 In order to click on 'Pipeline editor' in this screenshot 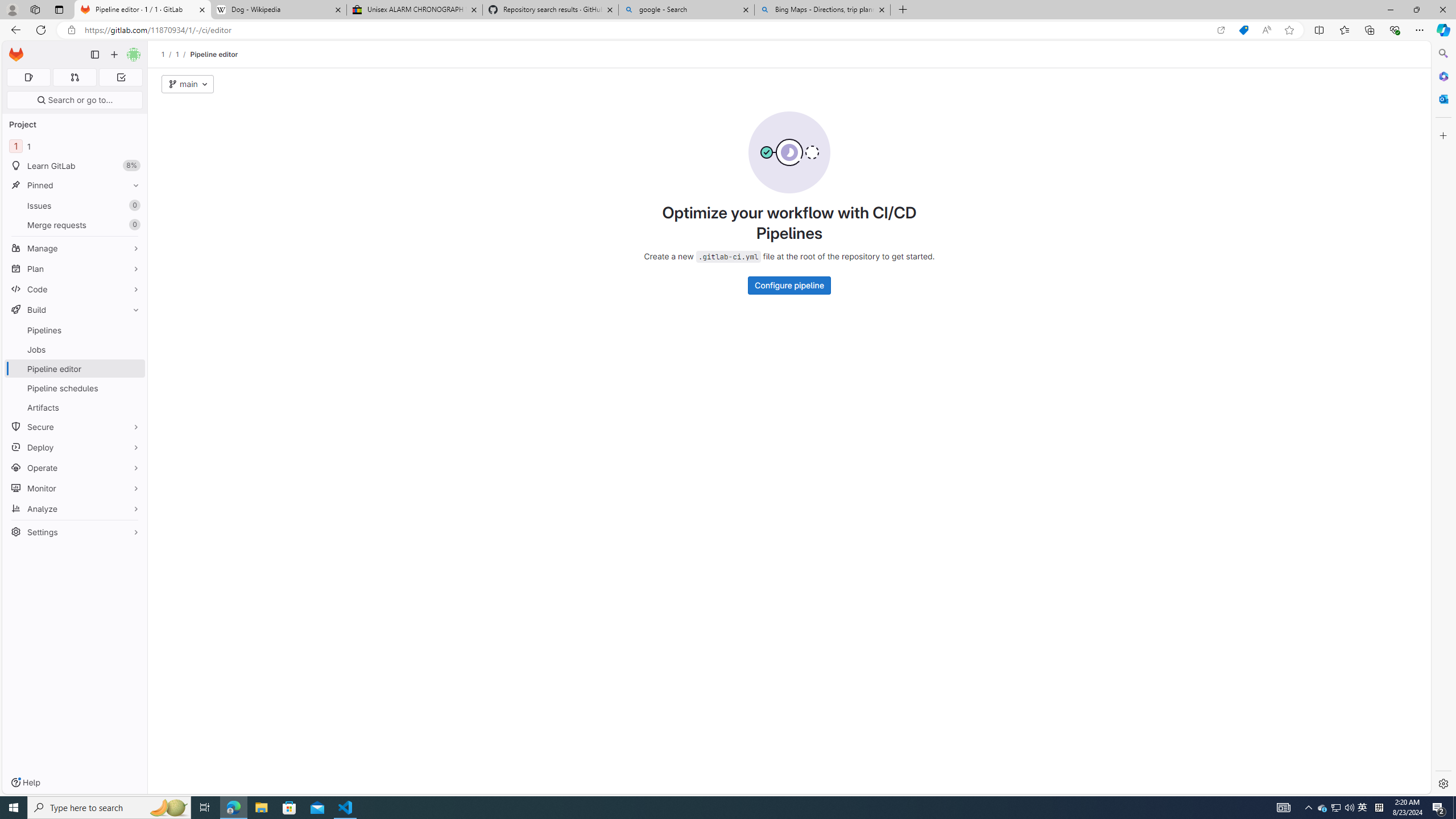, I will do `click(213, 54)`.